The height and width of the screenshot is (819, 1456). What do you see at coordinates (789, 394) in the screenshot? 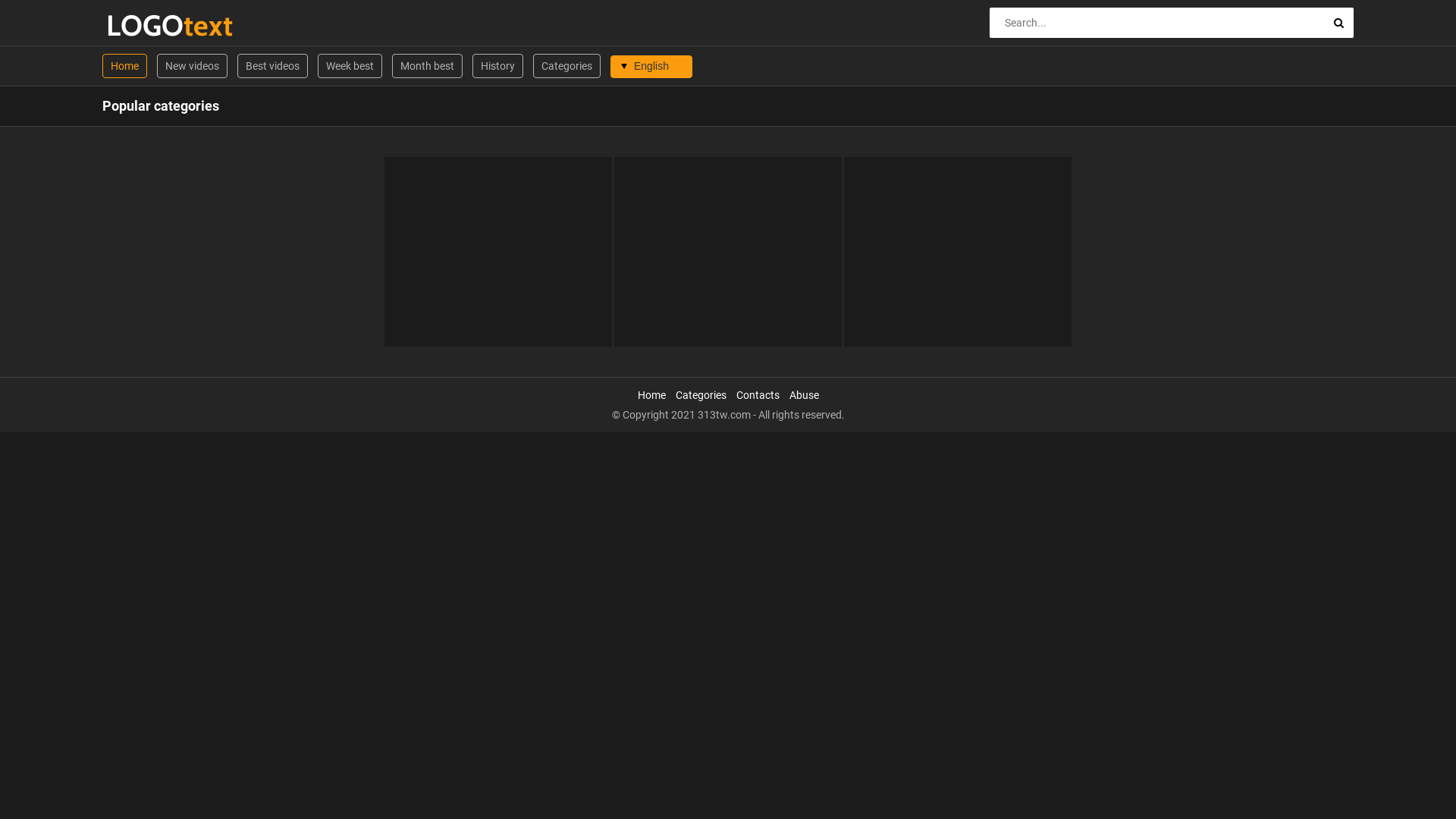
I see `'Abuse'` at bounding box center [789, 394].